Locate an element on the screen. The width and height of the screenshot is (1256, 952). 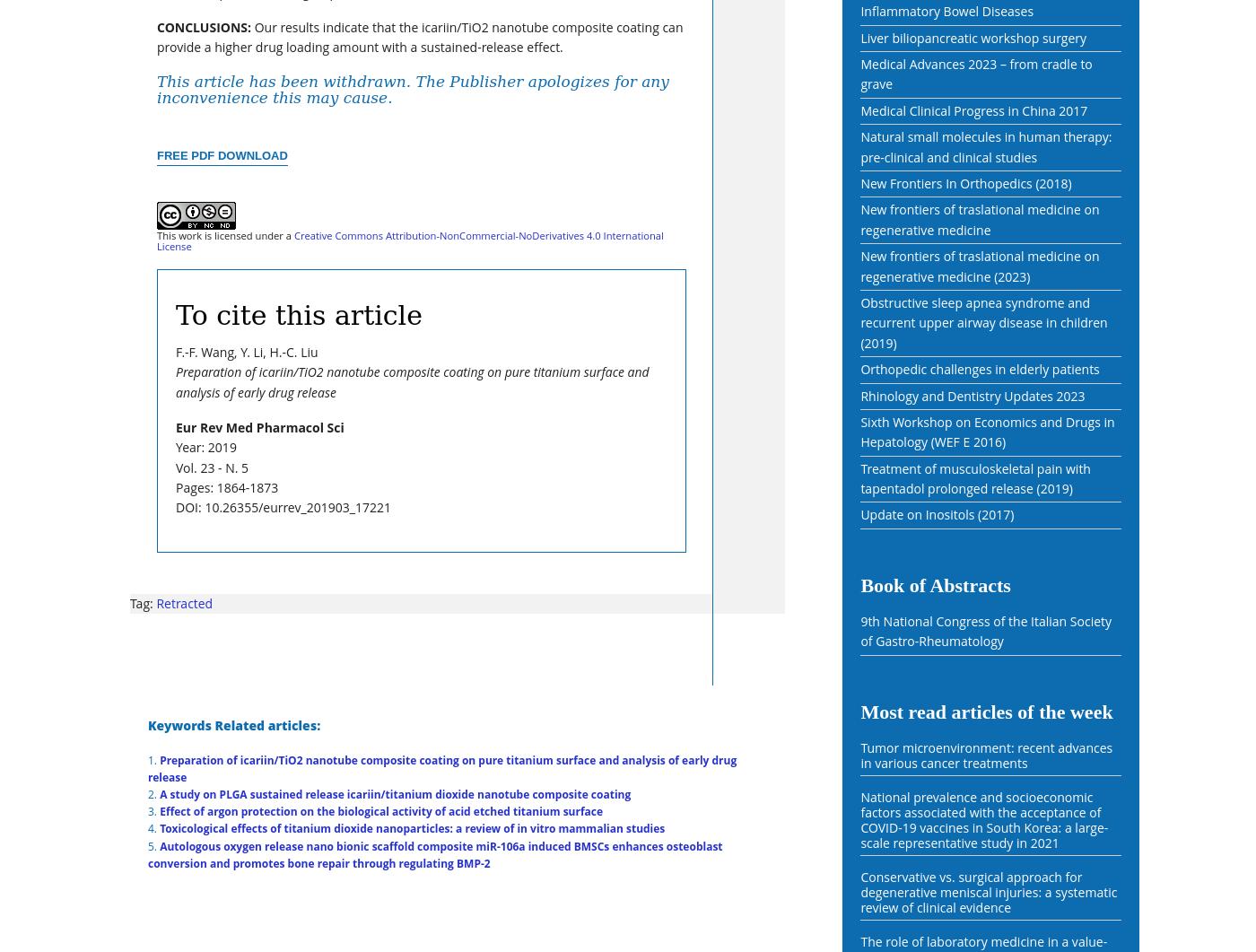
'Effect of argon protection on the biological activity of acid etched titanium surface' is located at coordinates (380, 810).